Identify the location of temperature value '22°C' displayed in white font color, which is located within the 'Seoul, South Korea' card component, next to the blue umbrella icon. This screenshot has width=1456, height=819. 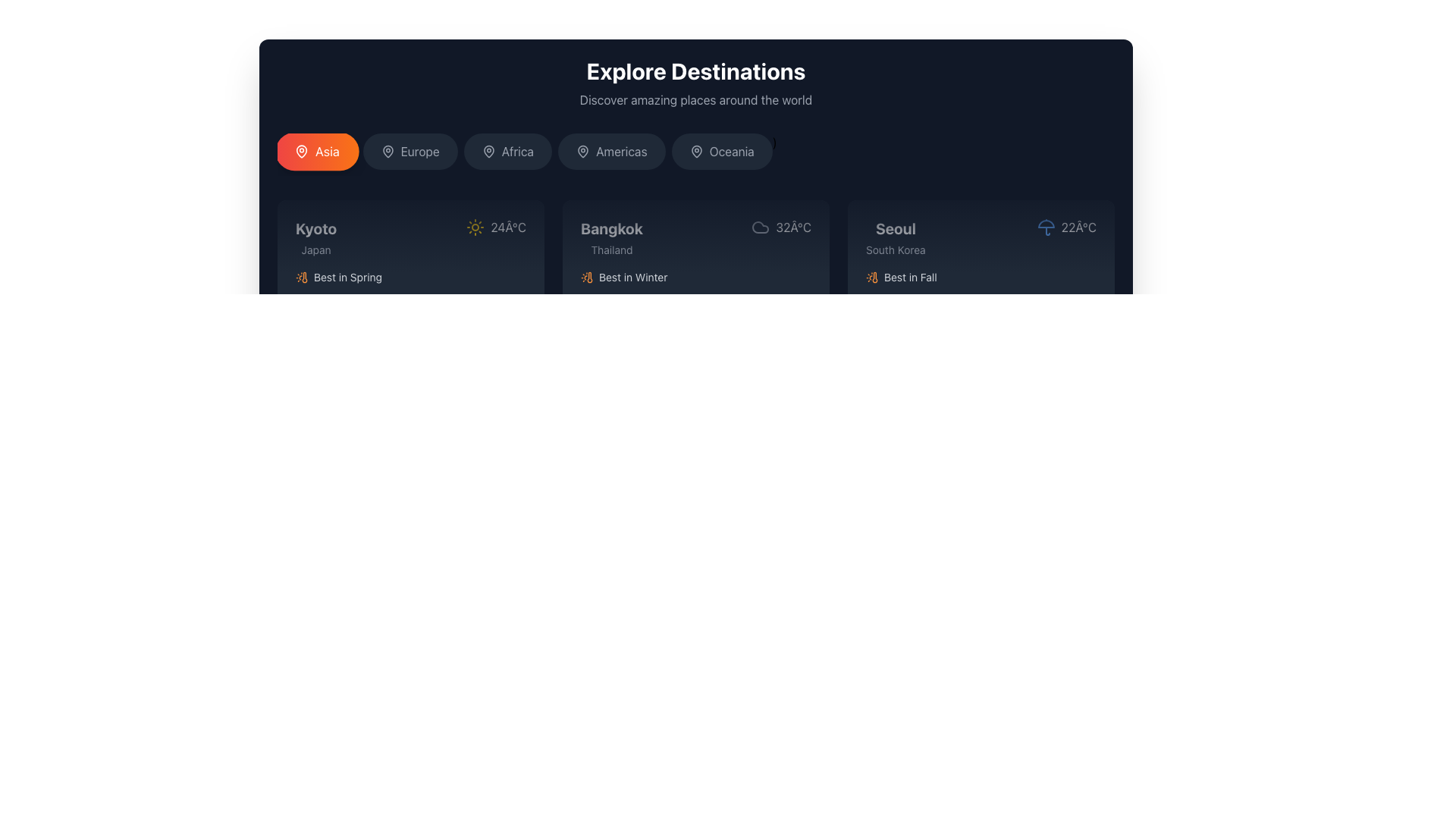
(1065, 227).